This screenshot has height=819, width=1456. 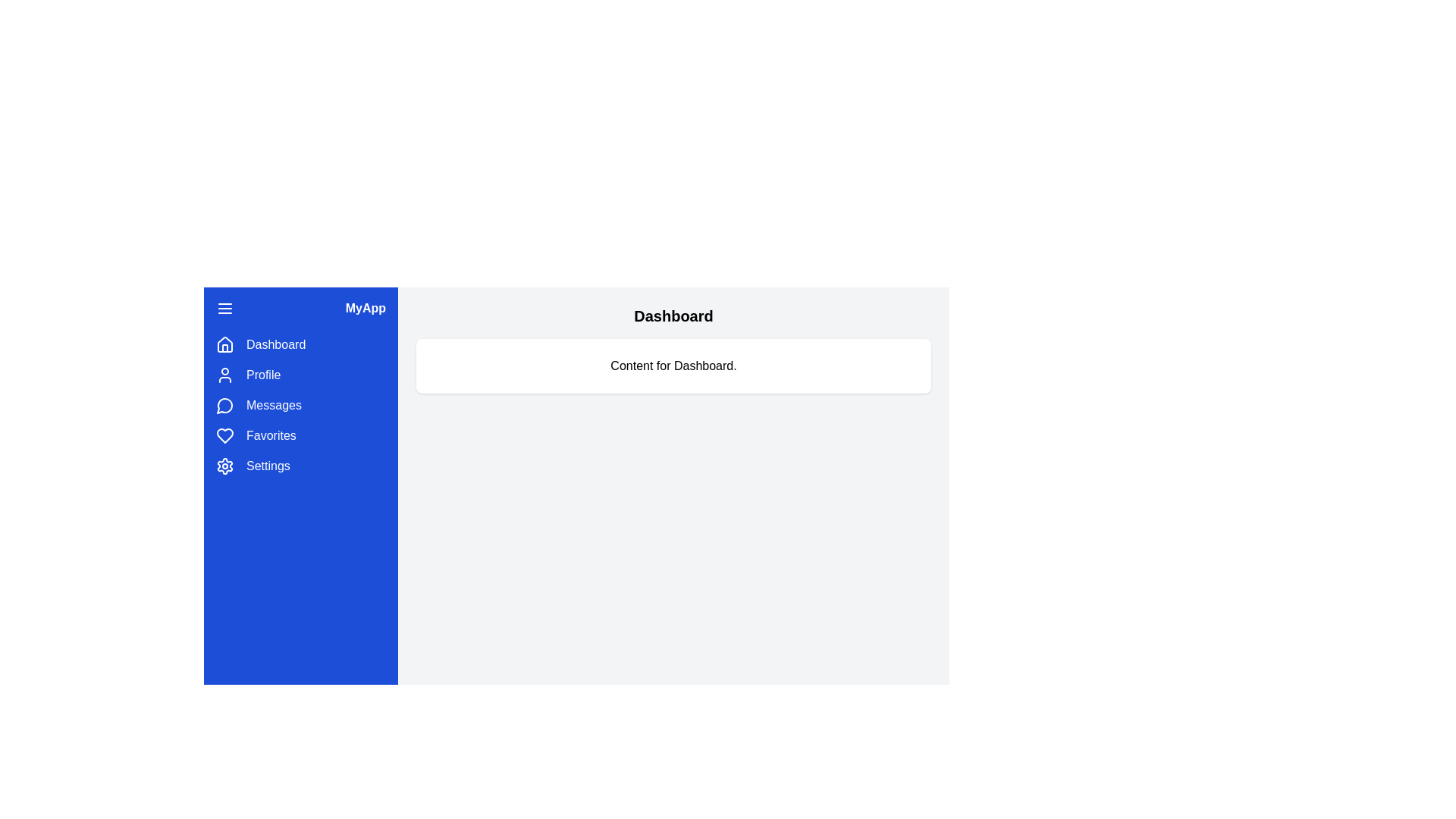 What do you see at coordinates (224, 465) in the screenshot?
I see `the settings icon located at the bottom of the navigation menu, below the 'Favorites' icon` at bounding box center [224, 465].